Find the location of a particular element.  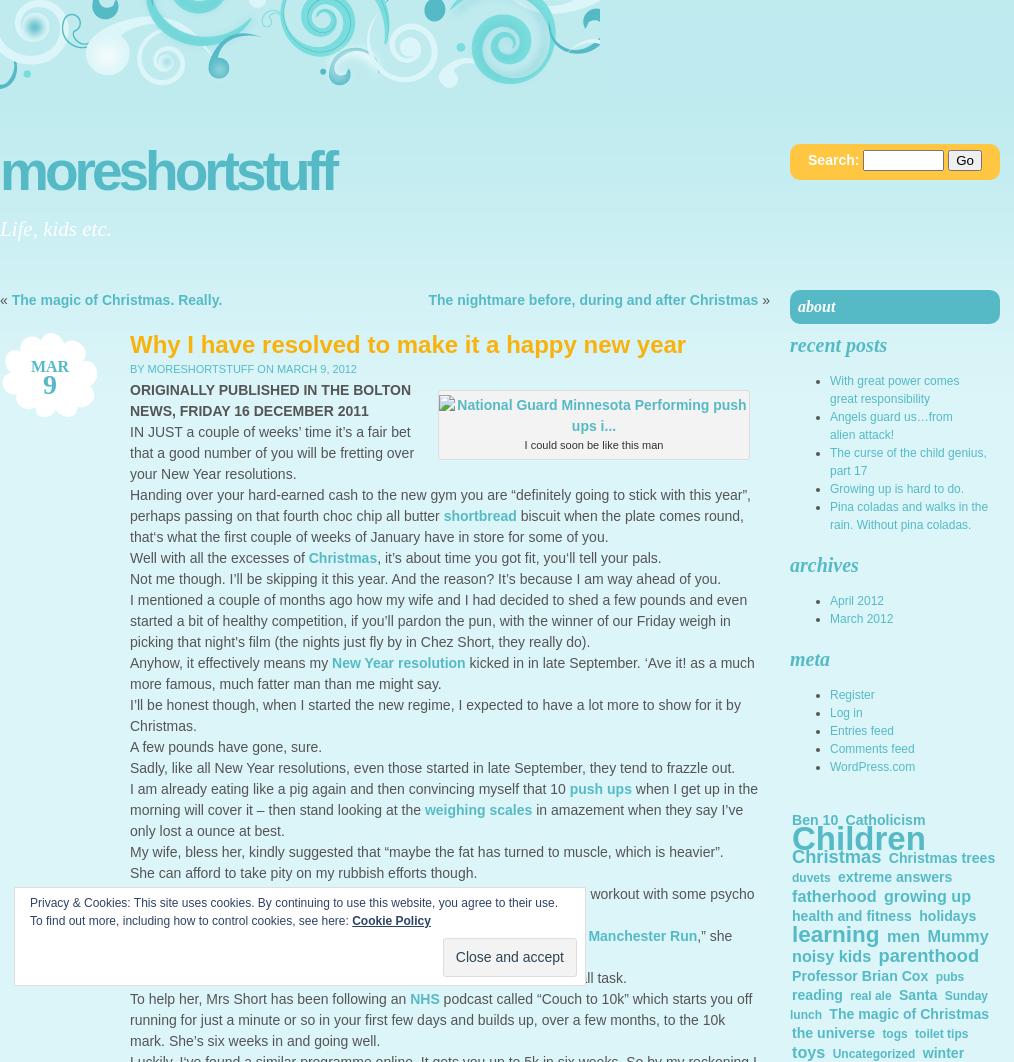

'Archives' is located at coordinates (823, 564).